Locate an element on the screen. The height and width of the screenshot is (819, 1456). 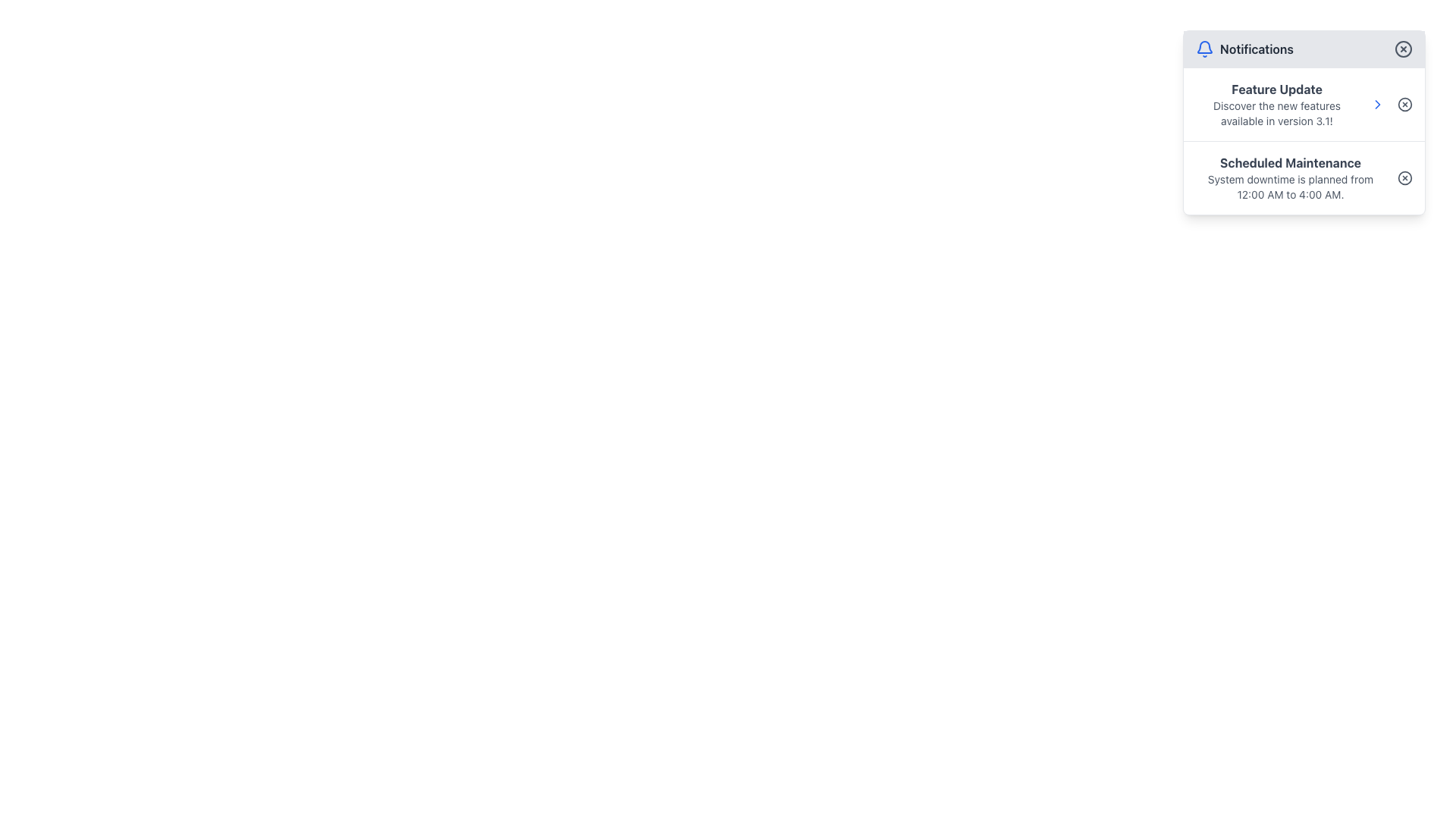
the Text Label that serves as the title for the scheduled maintenance notification, located within the notification card is located at coordinates (1290, 163).